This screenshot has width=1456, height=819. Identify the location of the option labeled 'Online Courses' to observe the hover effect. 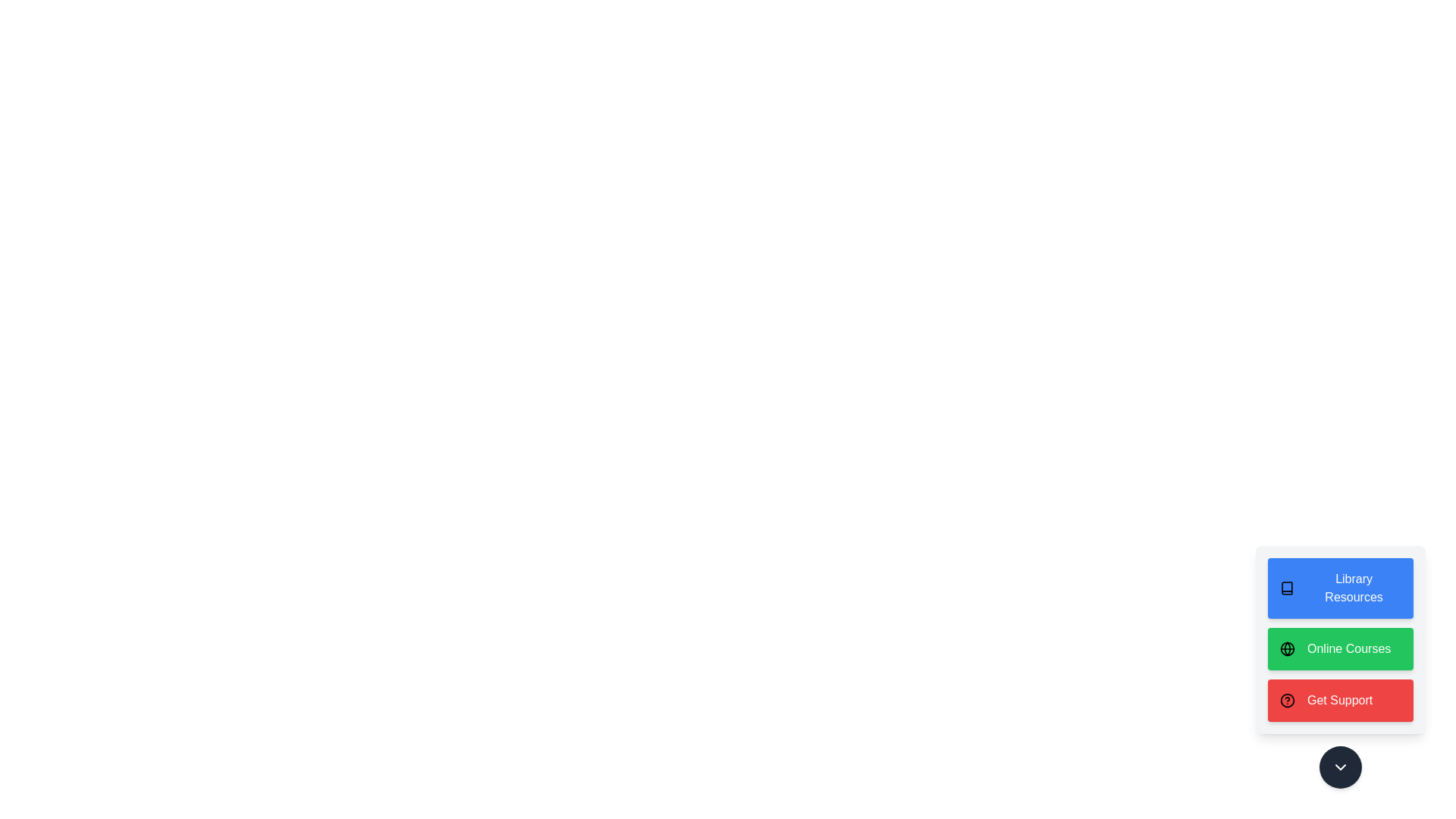
(1340, 648).